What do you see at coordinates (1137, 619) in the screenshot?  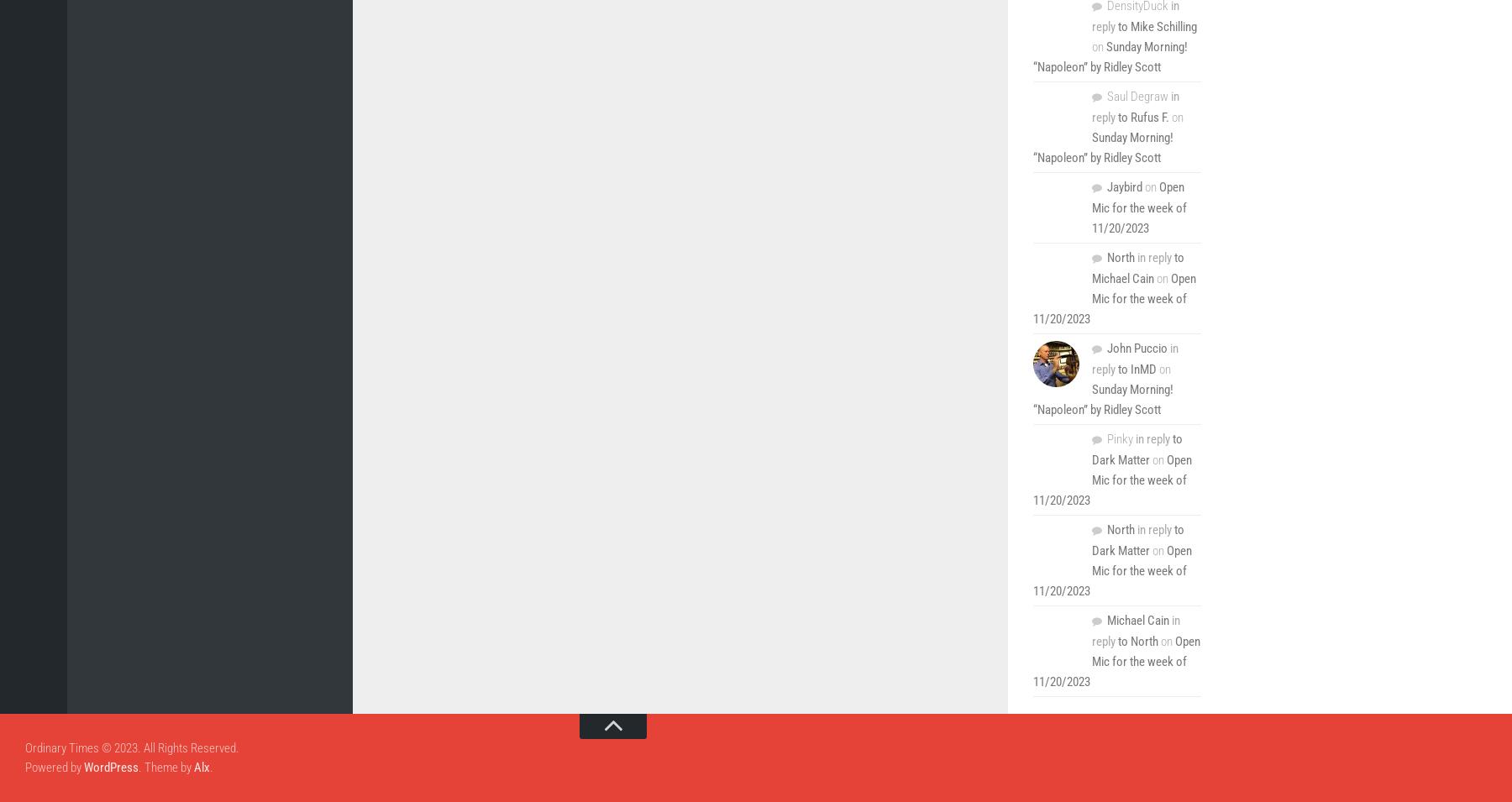 I see `'Michael Cain'` at bounding box center [1137, 619].